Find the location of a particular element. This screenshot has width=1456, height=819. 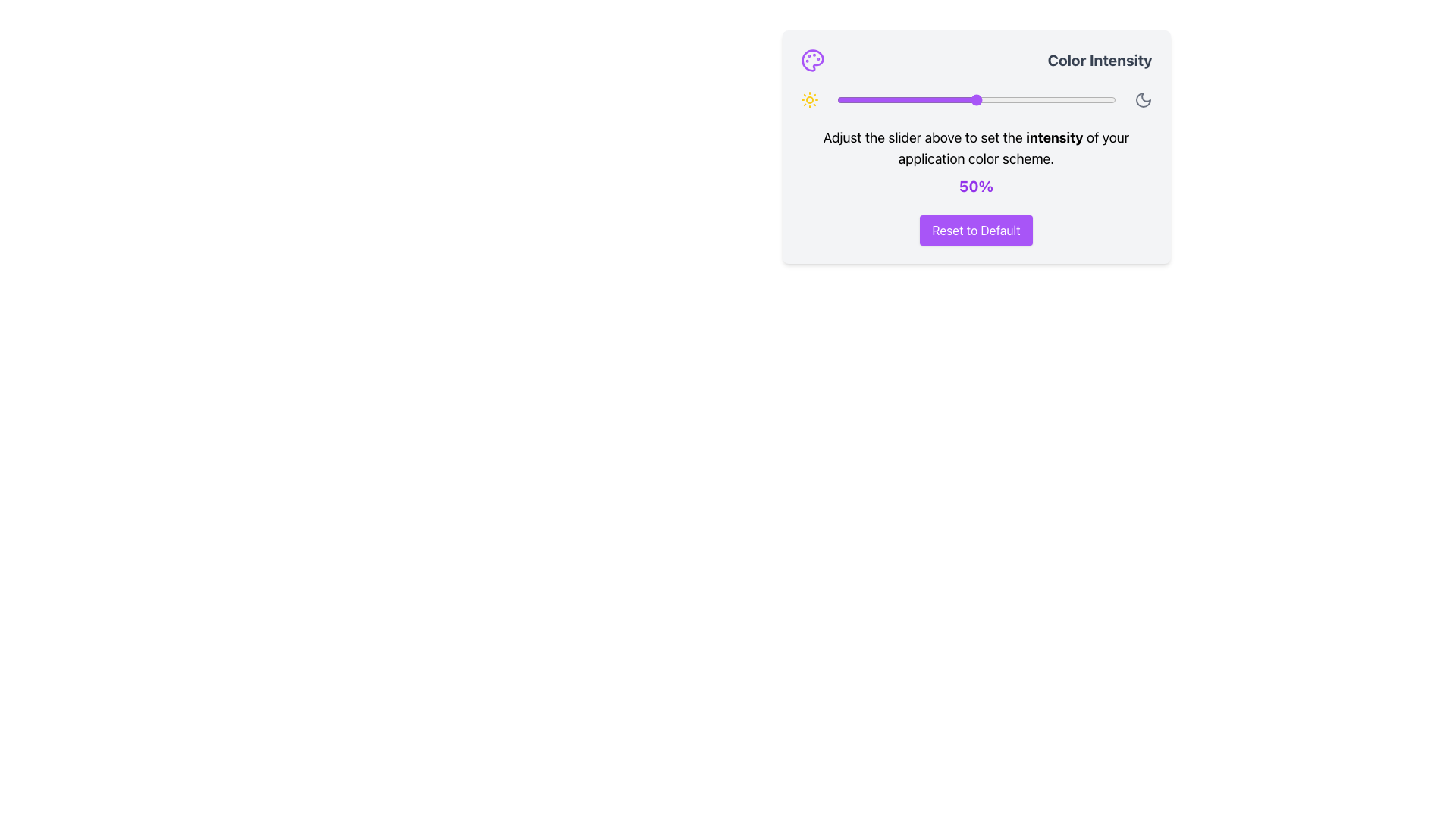

the color intensity is located at coordinates (886, 99).